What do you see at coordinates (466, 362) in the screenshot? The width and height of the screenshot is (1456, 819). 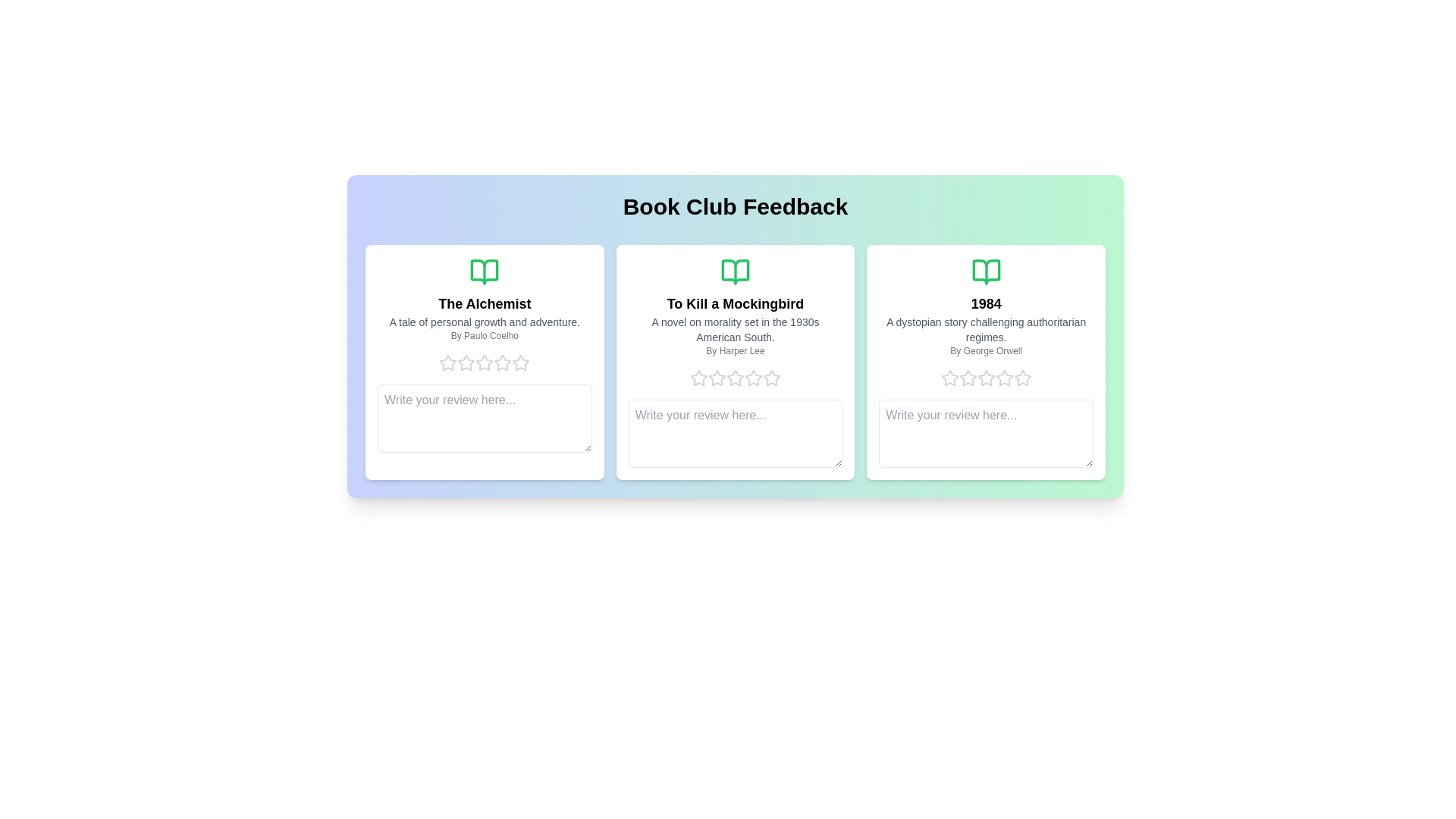 I see `the third star icon in the rating section under the title 'The Alchemist' to assign a rating` at bounding box center [466, 362].